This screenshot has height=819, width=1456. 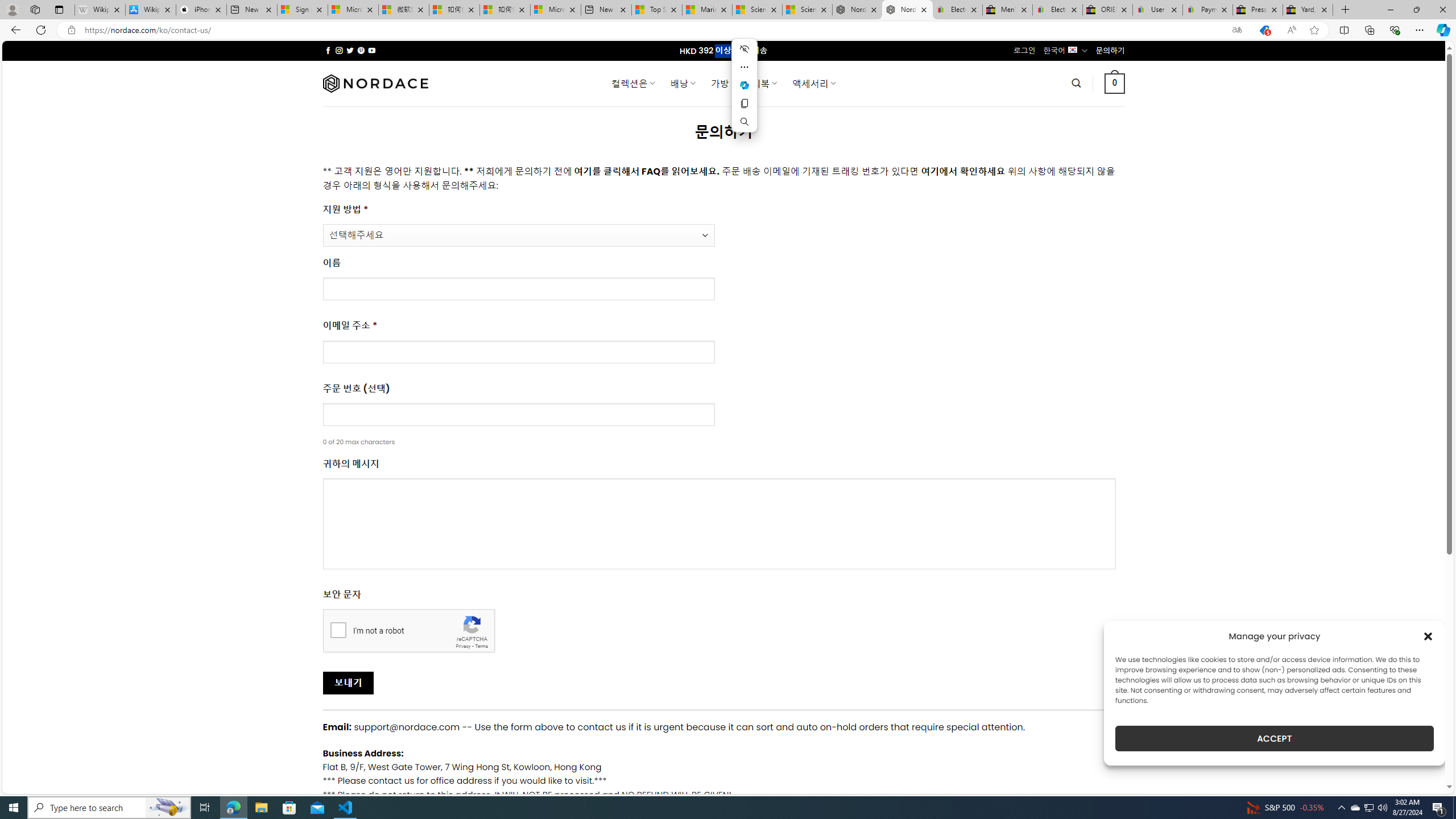 What do you see at coordinates (375, 82) in the screenshot?
I see `'Nordace'` at bounding box center [375, 82].